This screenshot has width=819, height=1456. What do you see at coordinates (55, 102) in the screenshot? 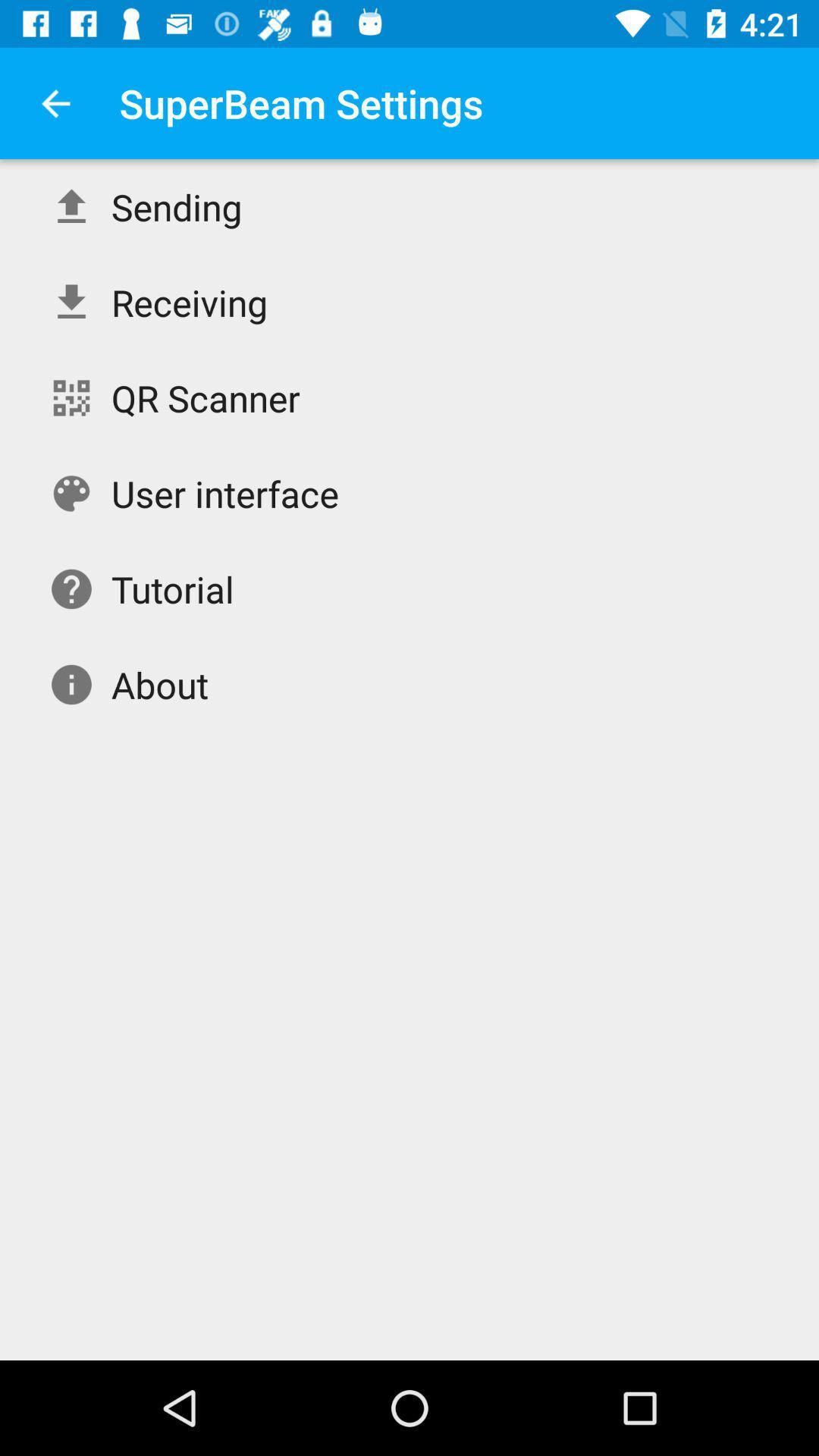
I see `the item above the sending icon` at bounding box center [55, 102].